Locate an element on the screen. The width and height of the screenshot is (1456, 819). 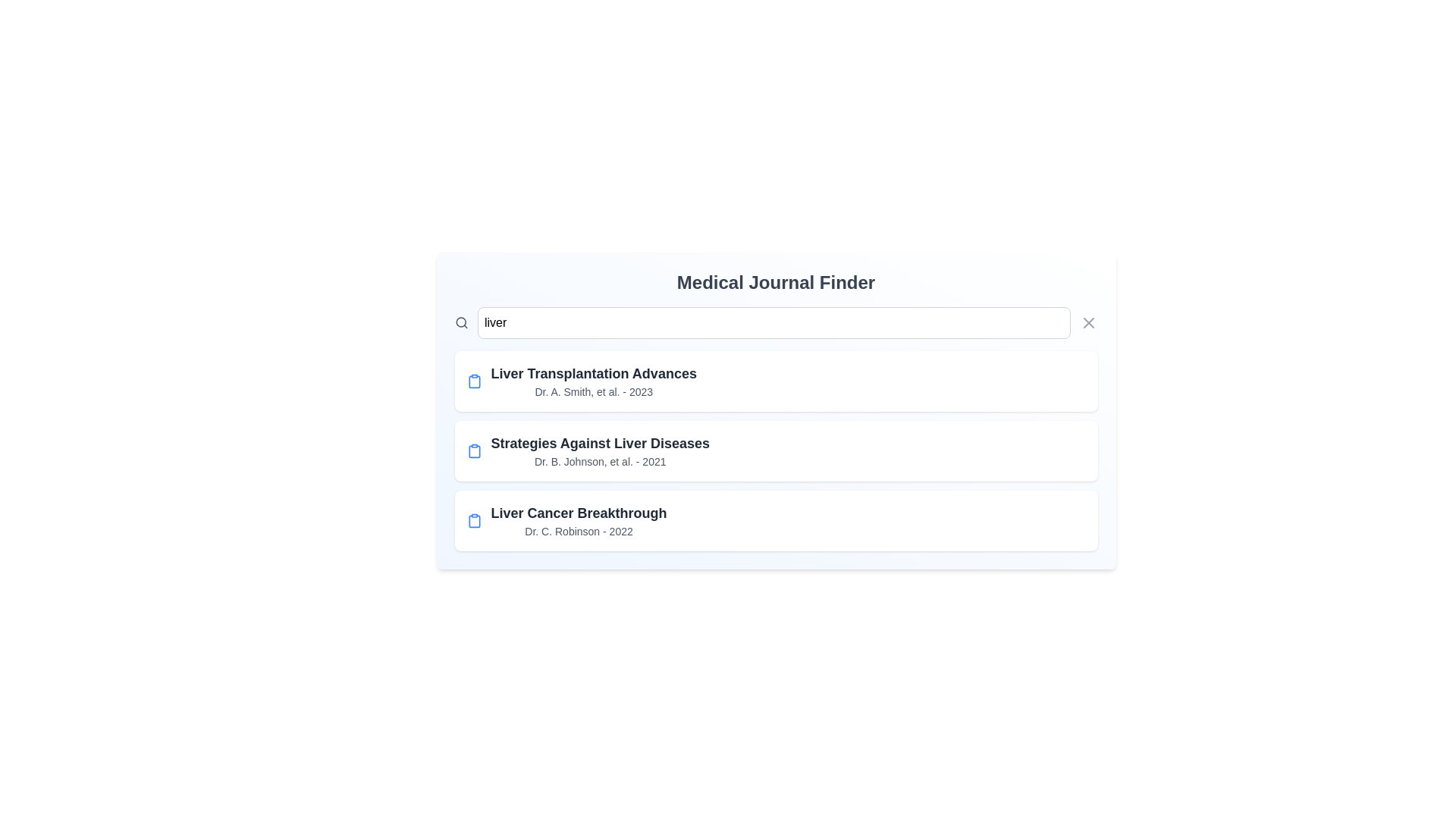
the gray magnifying glass icon representing the search functionality, located immediately to the left of the text input field with the placeholder 'Search articles by topic...' is located at coordinates (460, 322).